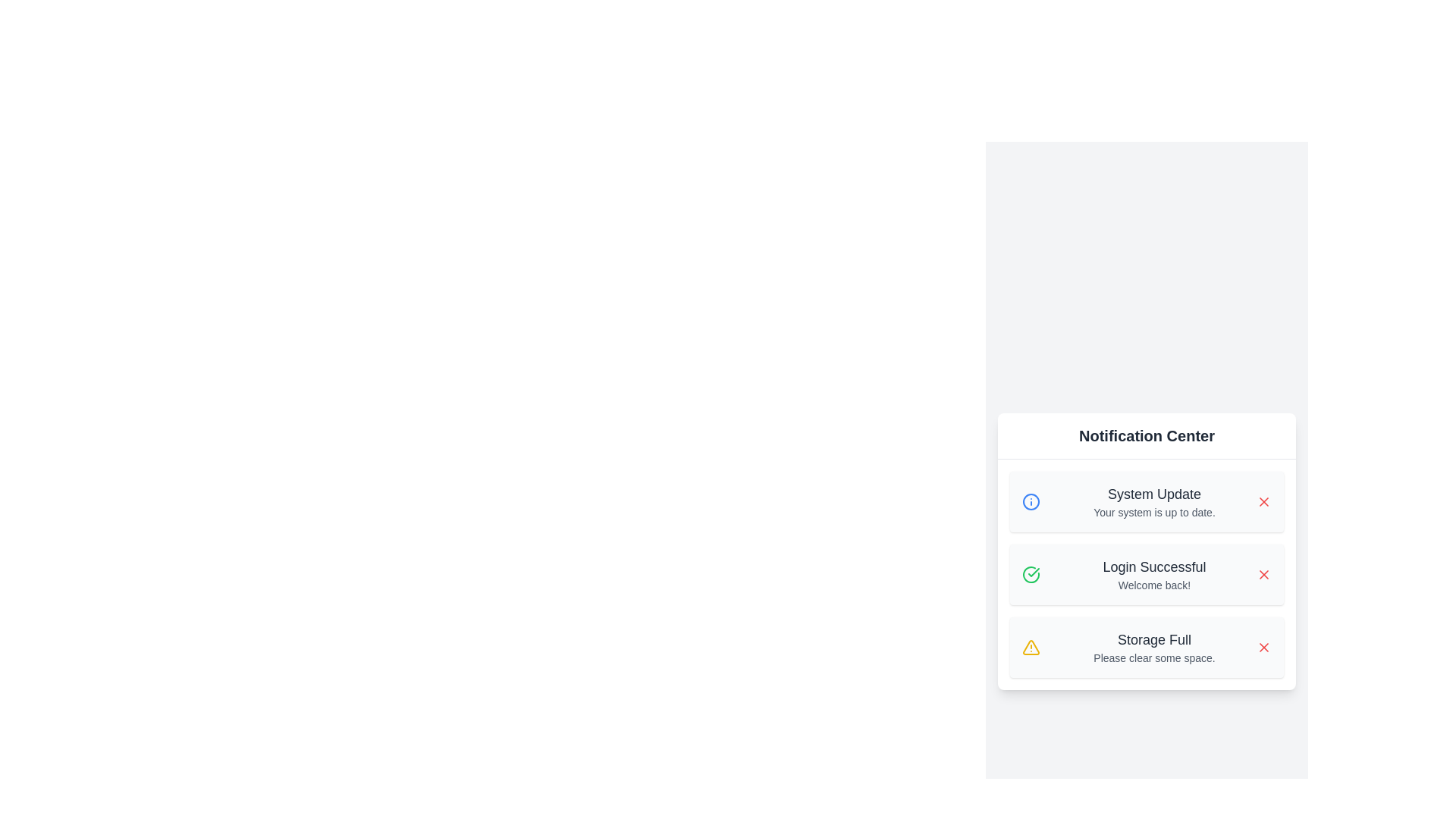 This screenshot has height=819, width=1456. I want to click on the green circular icon with a checkmark, which indicates a successful login, located to the left of the 'Login Successful' notification text, so click(1037, 573).